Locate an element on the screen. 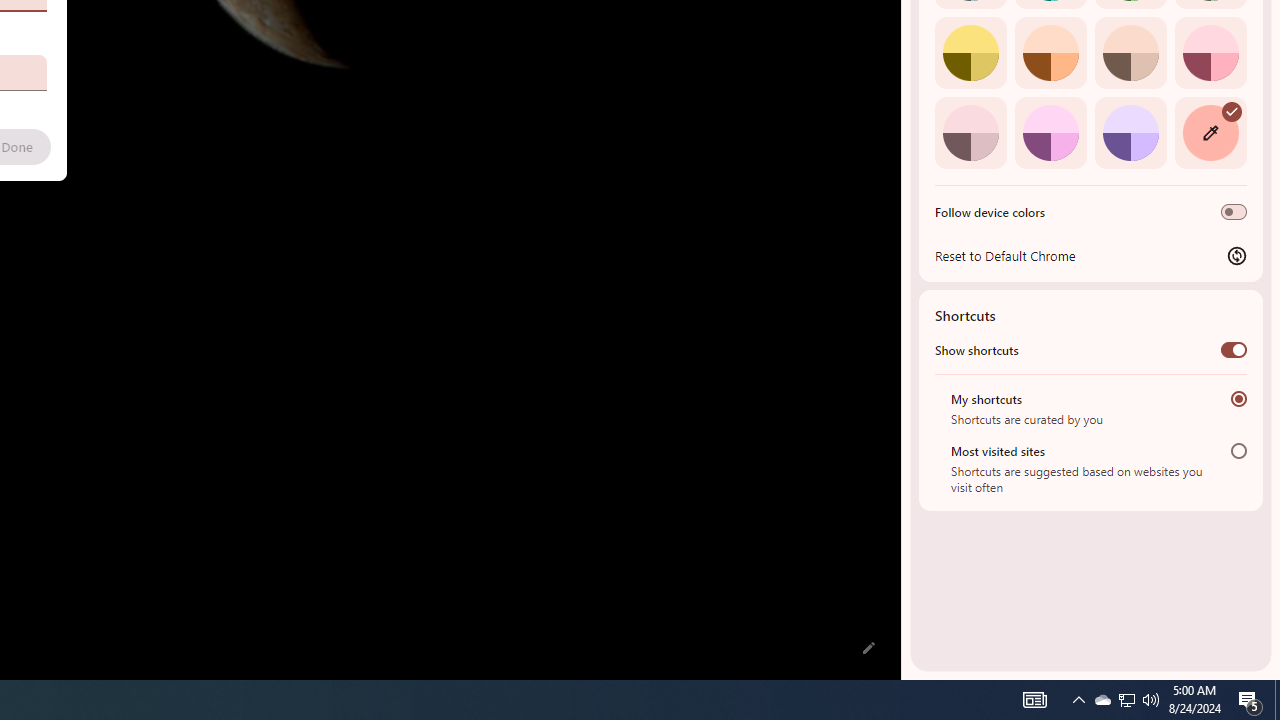  'Fuchsia' is located at coordinates (1049, 132).